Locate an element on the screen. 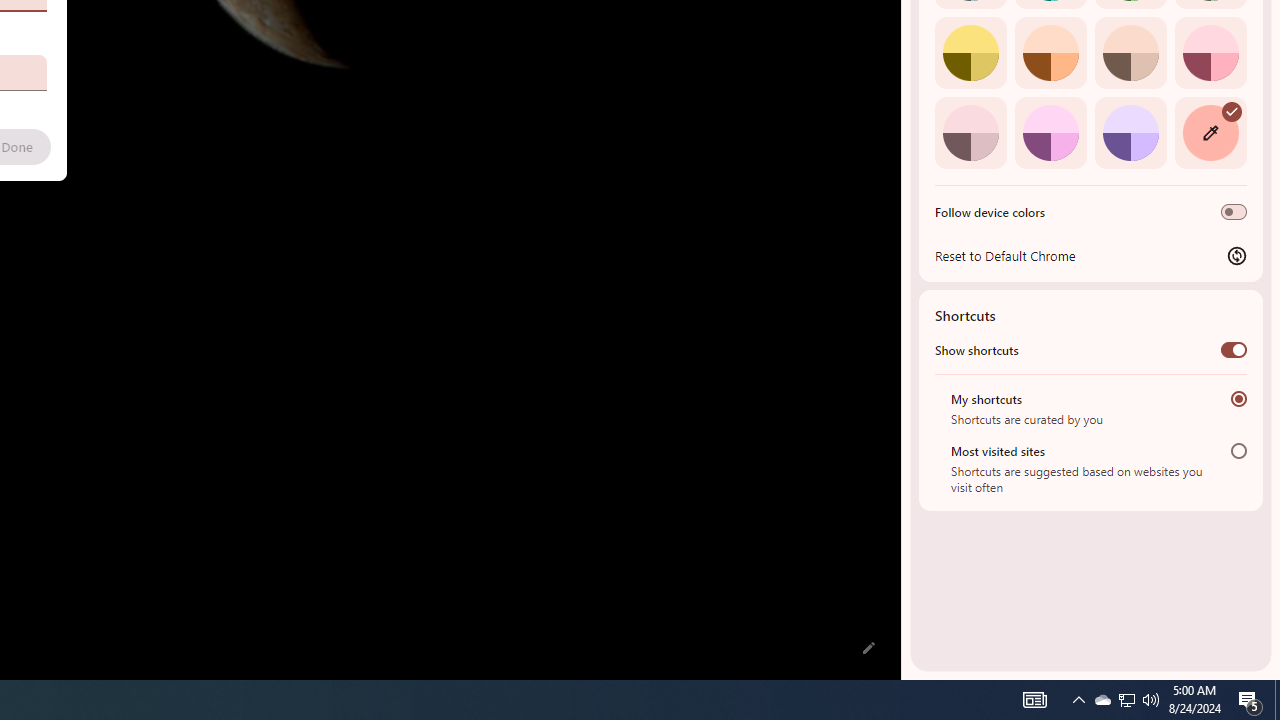  'Fuchsia' is located at coordinates (1049, 132).